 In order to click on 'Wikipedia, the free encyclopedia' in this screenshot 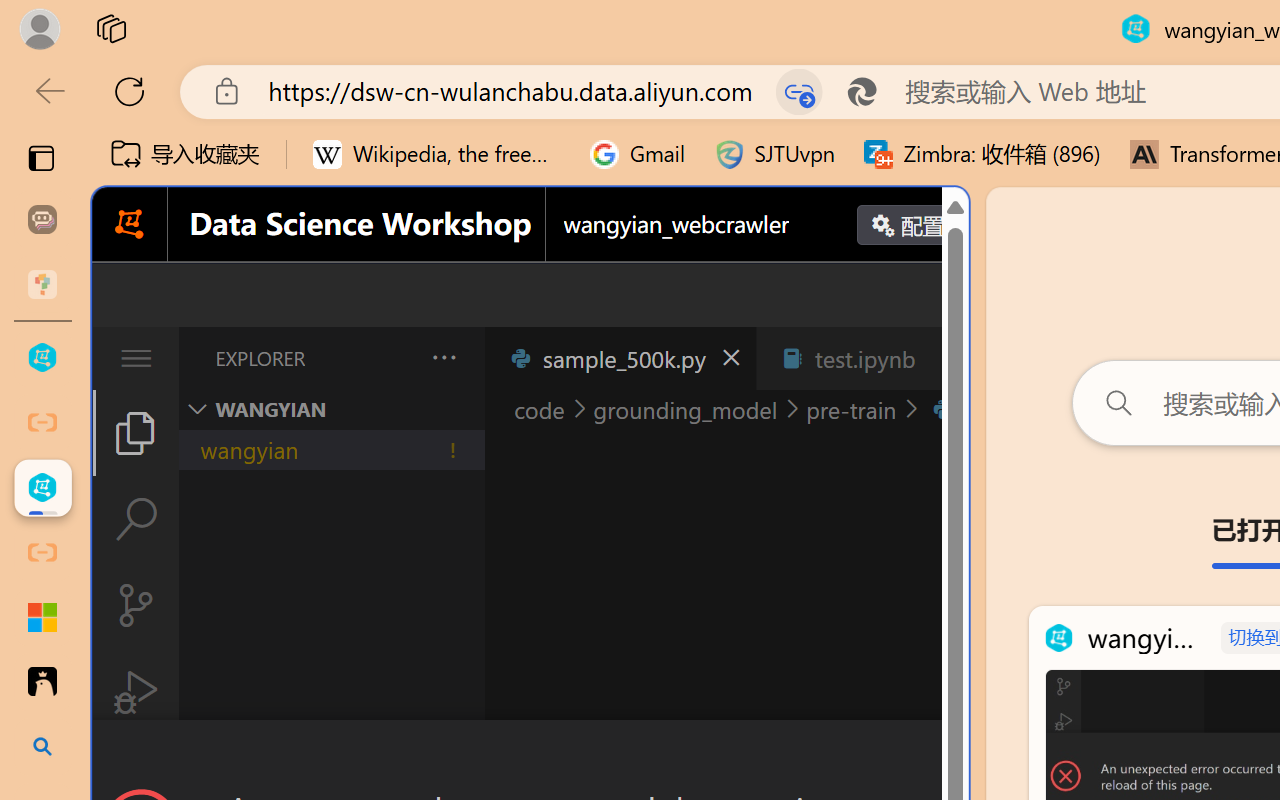, I will do `click(436, 154)`.